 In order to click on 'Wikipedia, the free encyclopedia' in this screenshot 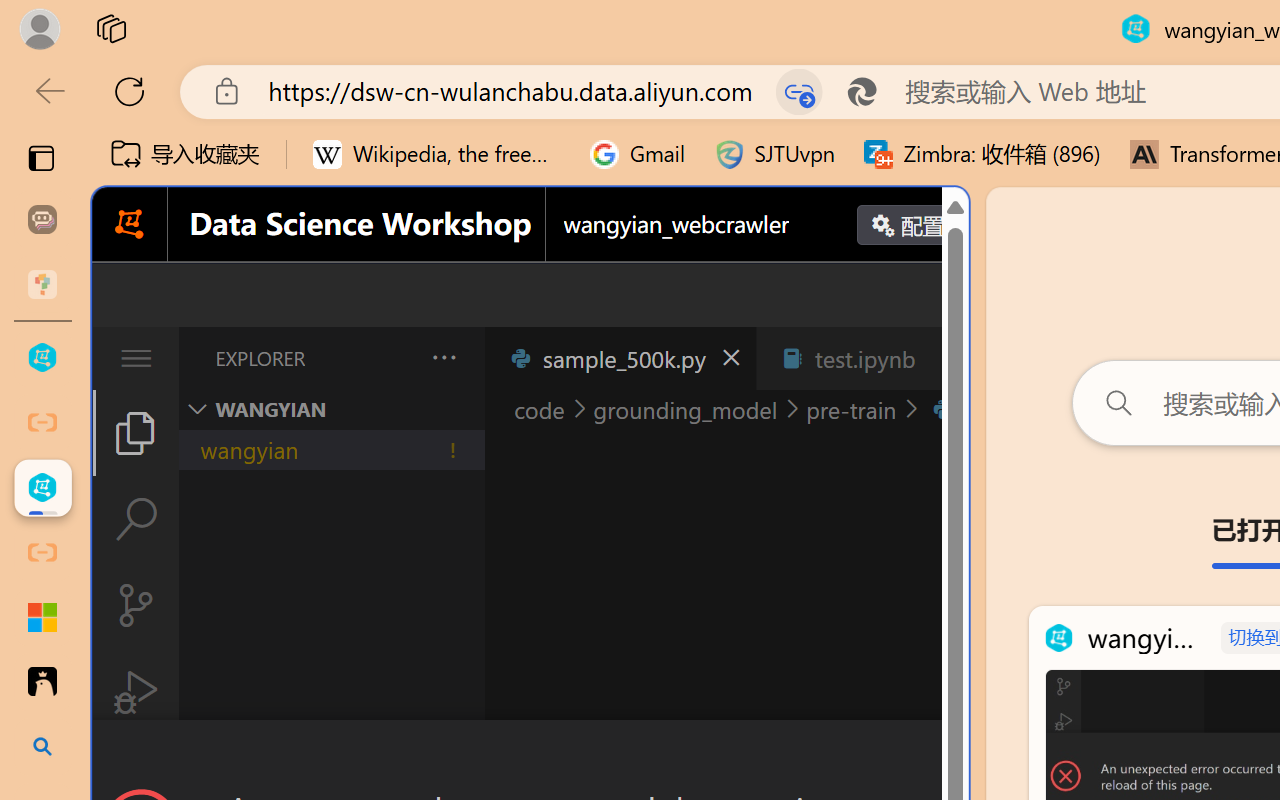, I will do `click(436, 154)`.